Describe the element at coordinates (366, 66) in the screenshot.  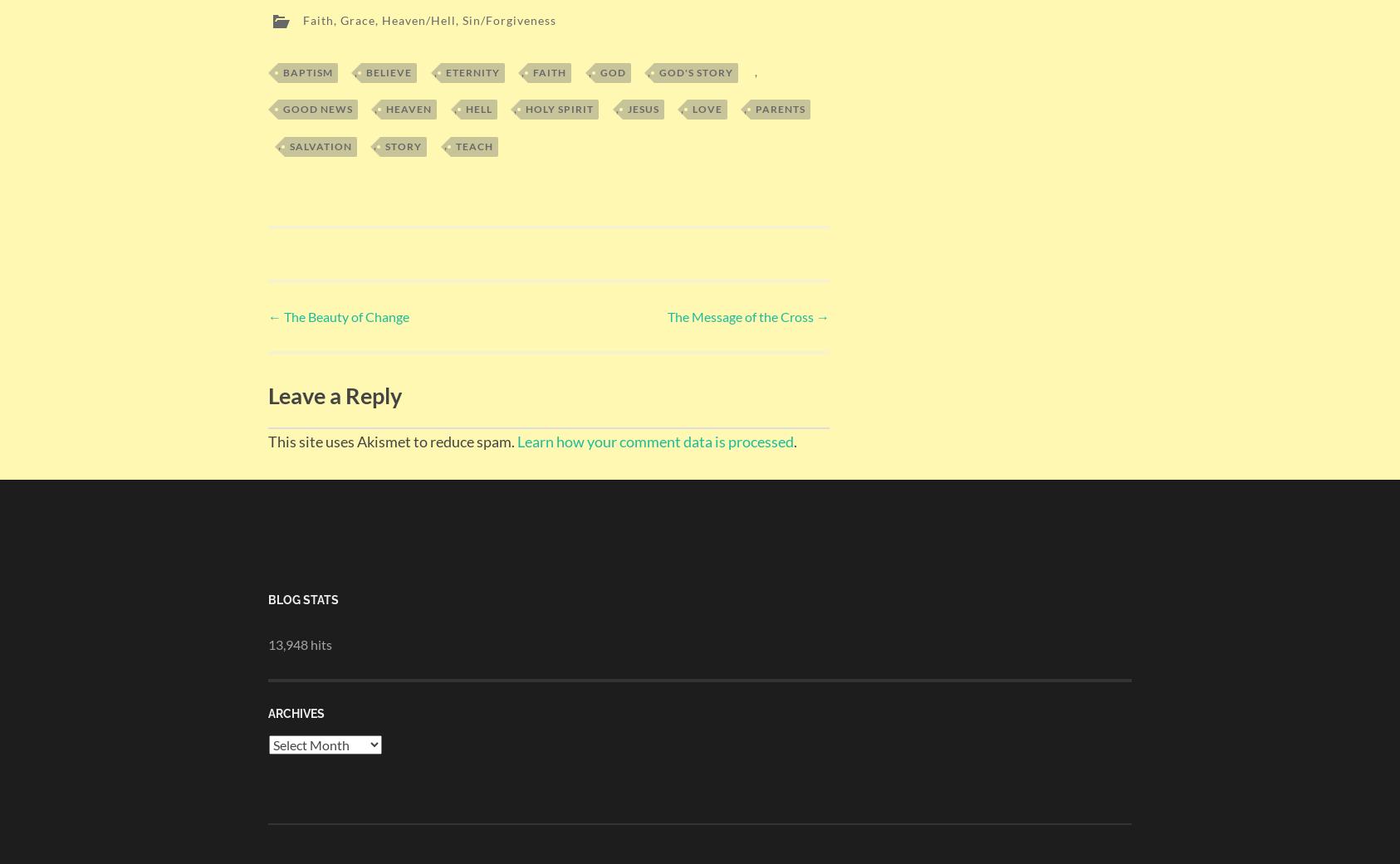
I see `'Believe'` at that location.